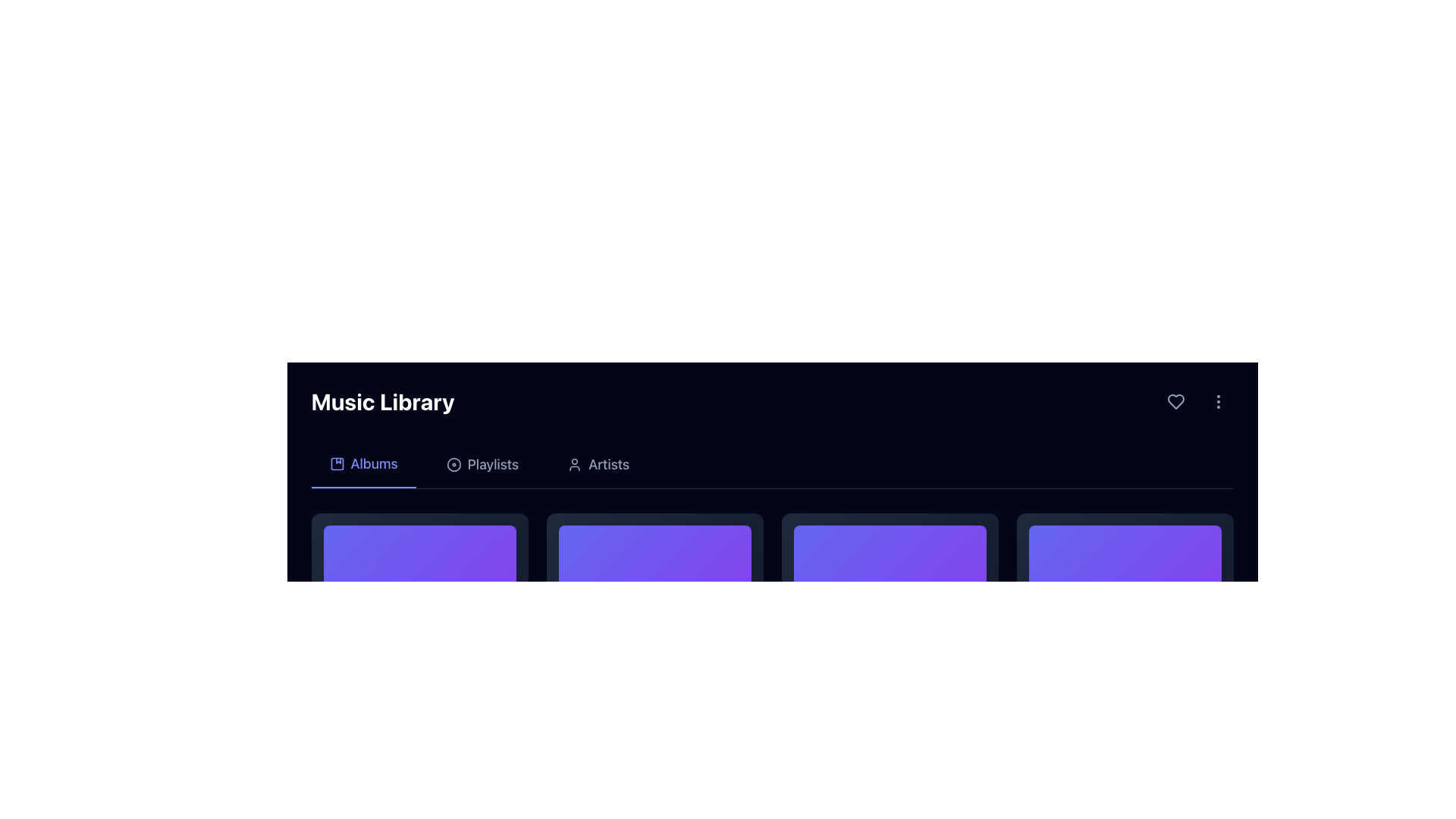 The height and width of the screenshot is (819, 1456). What do you see at coordinates (1218, 400) in the screenshot?
I see `the menu trigger button located at the top-right corner of the interface, next to the heart icon, to change its color` at bounding box center [1218, 400].